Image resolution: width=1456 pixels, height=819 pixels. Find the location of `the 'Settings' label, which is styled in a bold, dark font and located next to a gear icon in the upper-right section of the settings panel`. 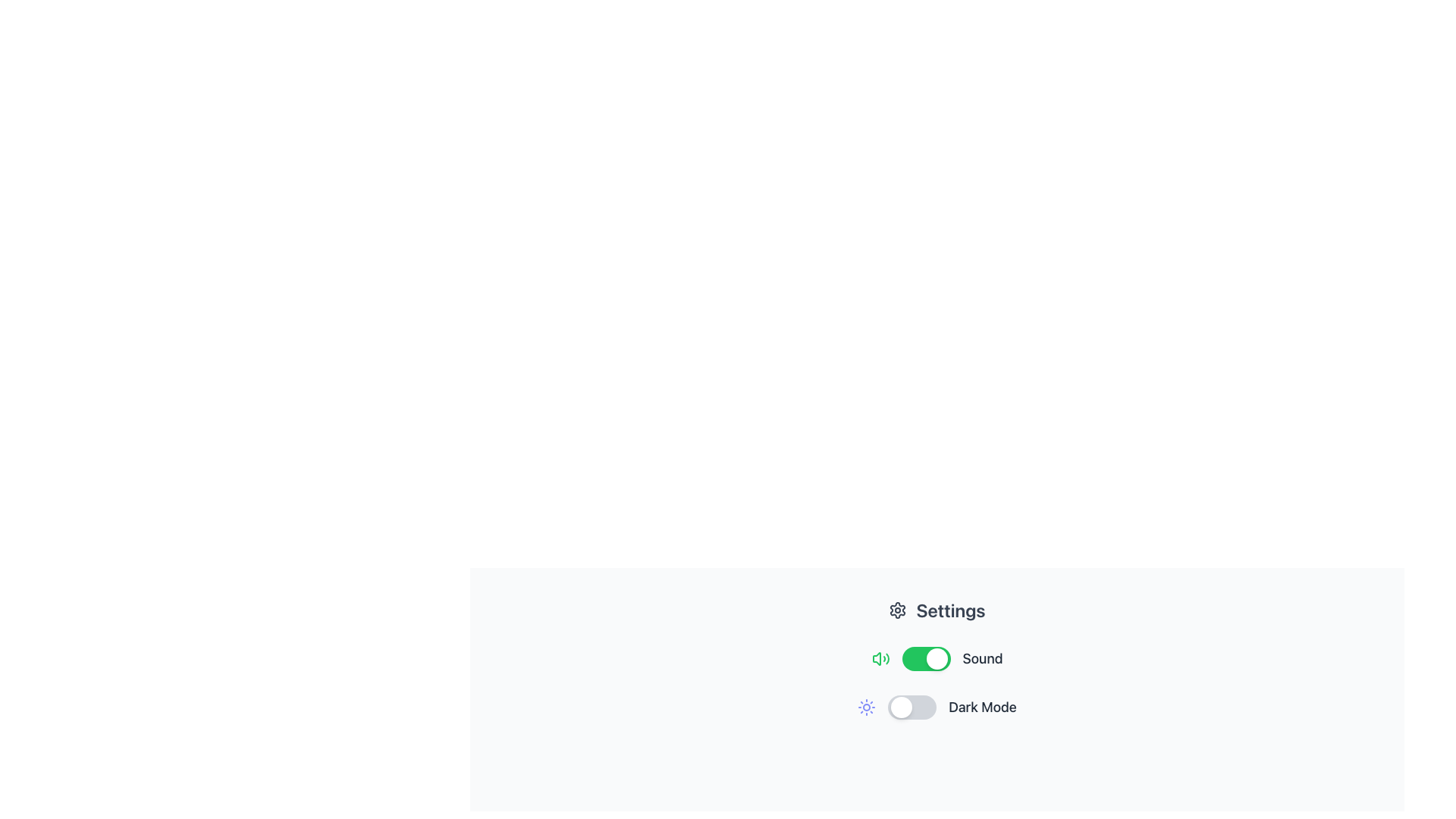

the 'Settings' label, which is styled in a bold, dark font and located next to a gear icon in the upper-right section of the settings panel is located at coordinates (949, 610).